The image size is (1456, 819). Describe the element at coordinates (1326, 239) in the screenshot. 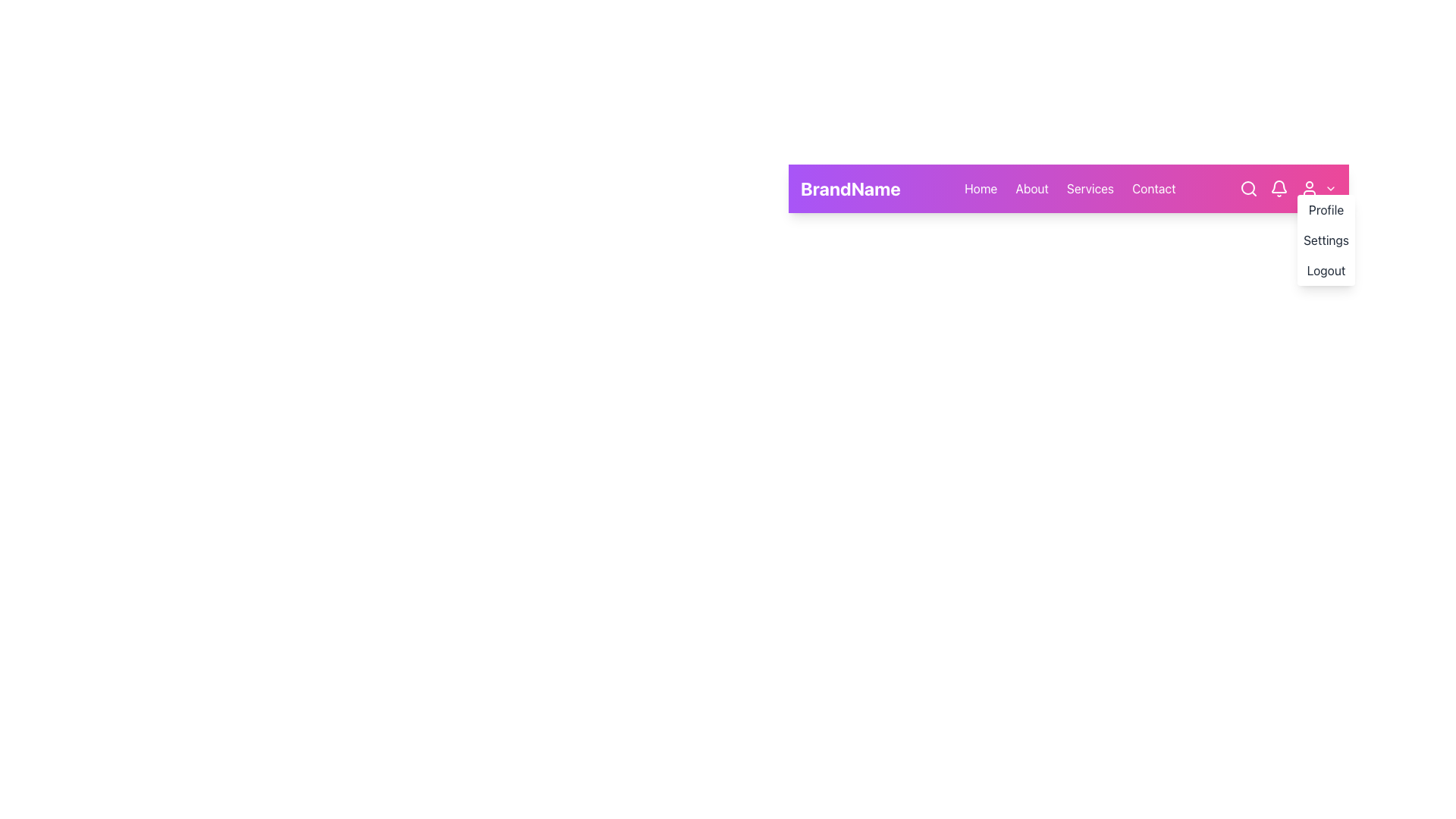

I see `the 'Settings' option in the dropdown menu located at the upper right section of the interface, which is the second item in the menu` at that location.